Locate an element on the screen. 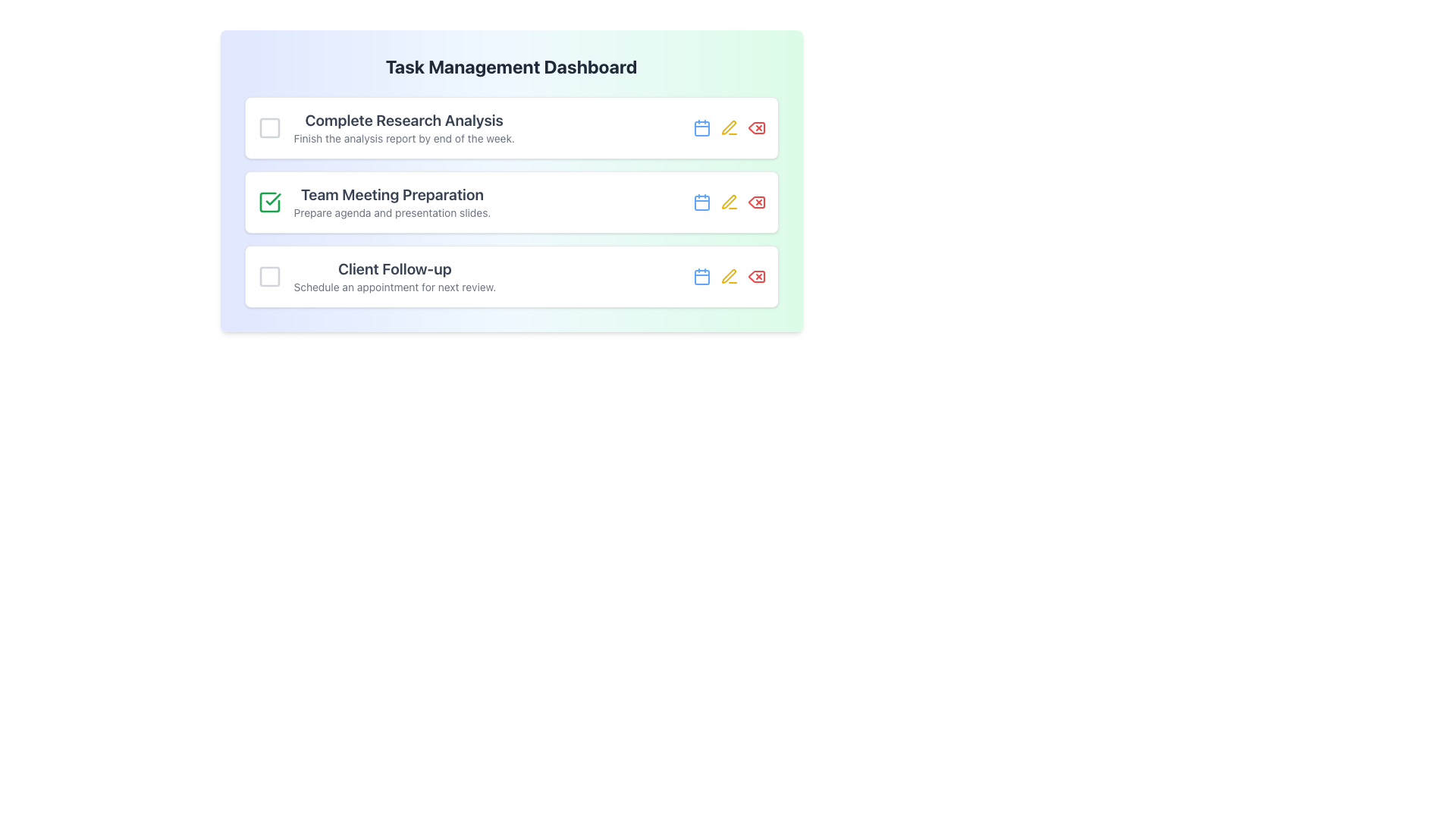 This screenshot has height=819, width=1456. the text element labeled 'Client Follow-up', which is the third task in a vertical list of tasks is located at coordinates (376, 277).